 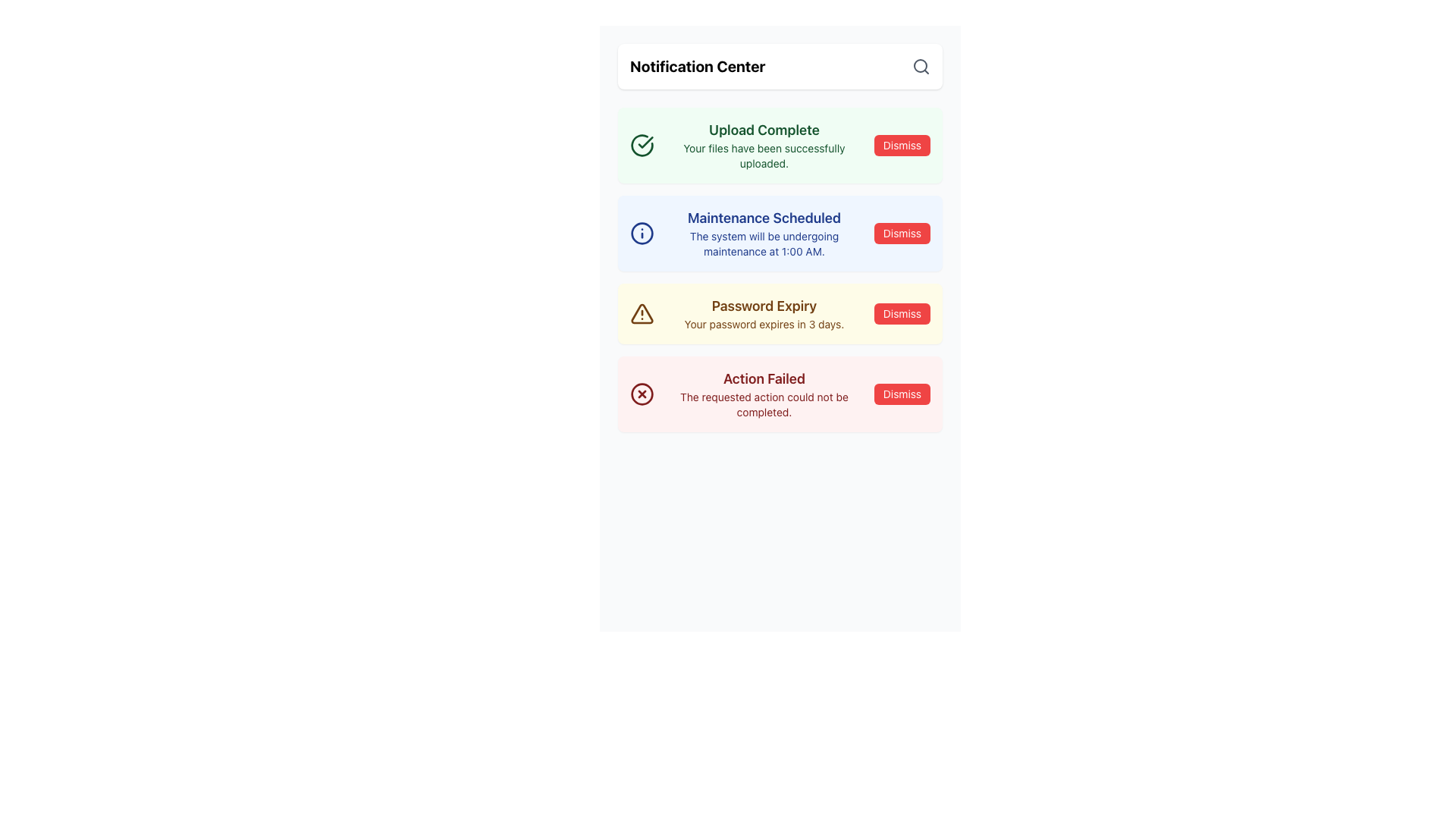 I want to click on the static text element displaying 'Upload Complete' in bold, large green font located at the top of the notification box, so click(x=764, y=130).